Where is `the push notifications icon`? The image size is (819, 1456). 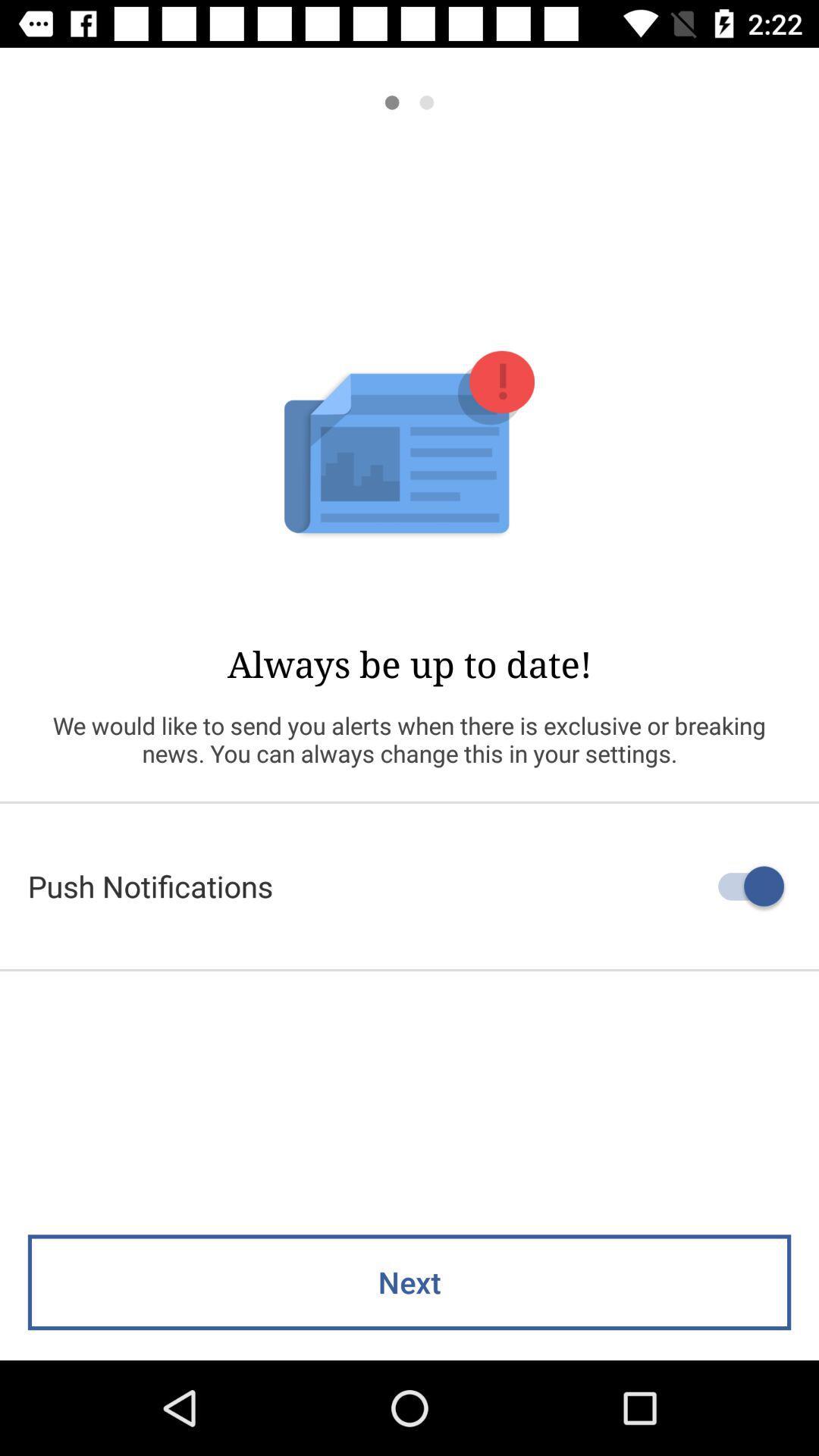
the push notifications icon is located at coordinates (409, 886).